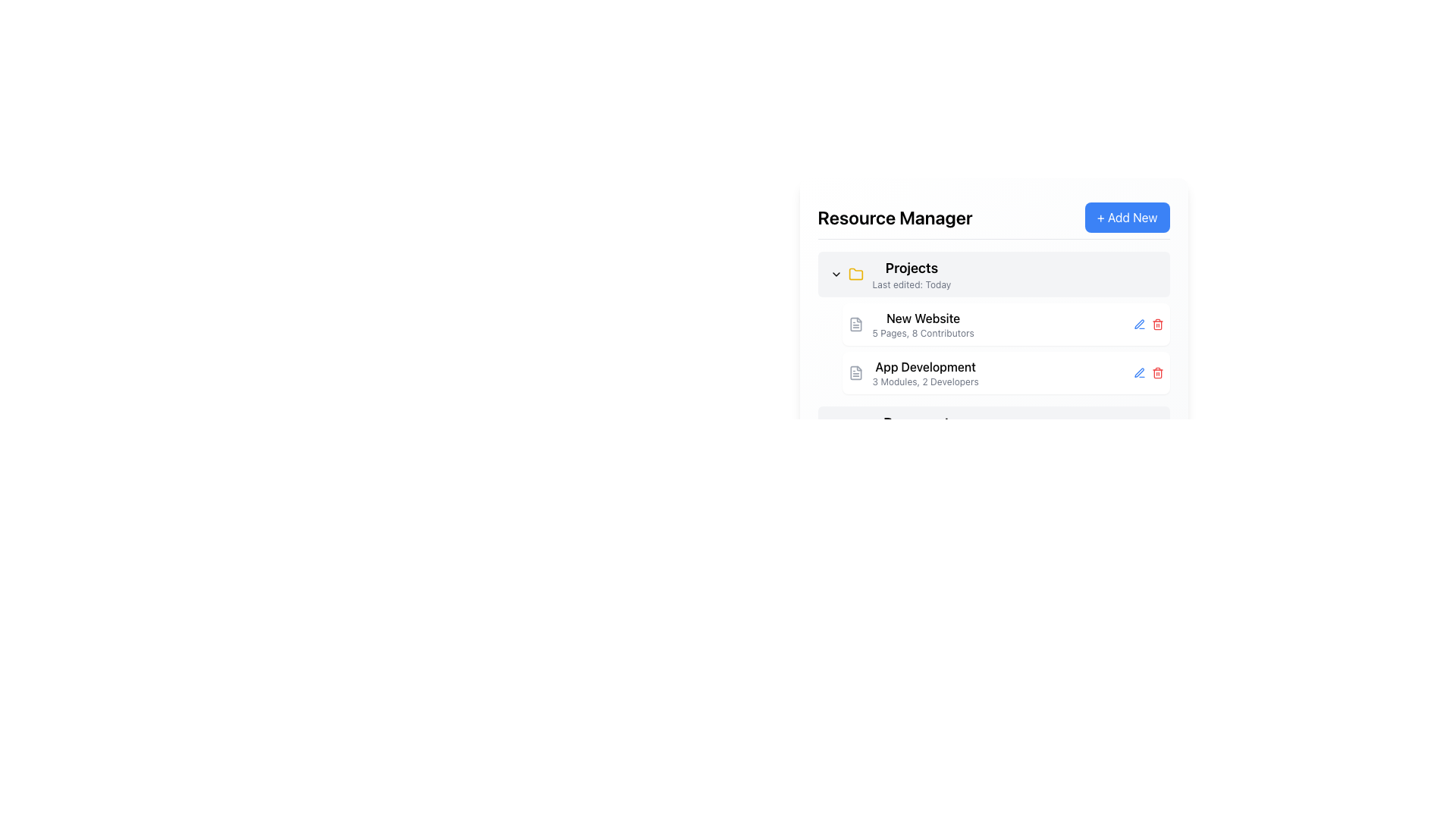 The image size is (1456, 819). I want to click on the edit icon button located to the left of the red trash bin icon for the 'App Development' entry, so click(1139, 373).